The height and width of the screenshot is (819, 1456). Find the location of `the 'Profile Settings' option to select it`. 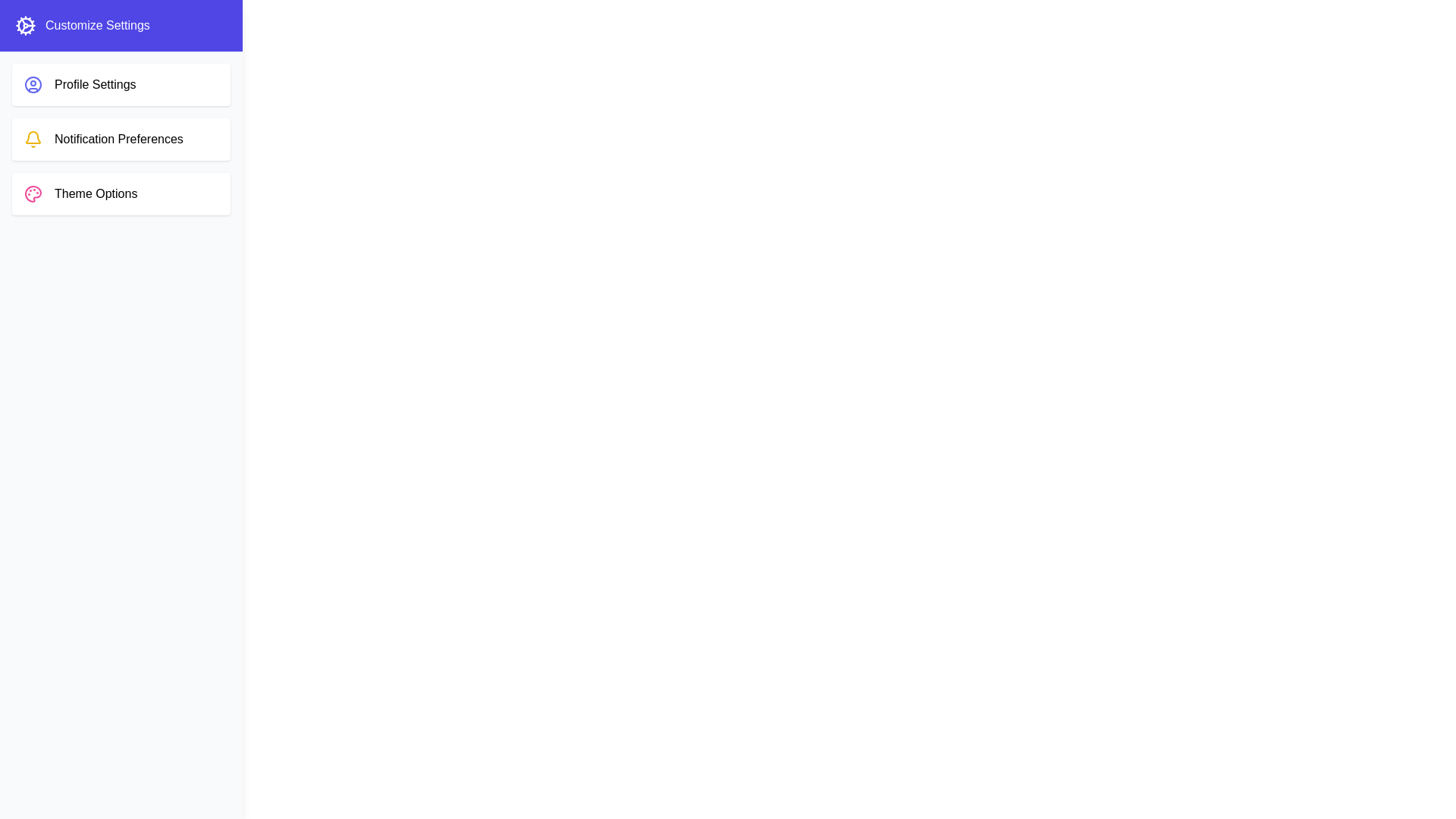

the 'Profile Settings' option to select it is located at coordinates (120, 84).